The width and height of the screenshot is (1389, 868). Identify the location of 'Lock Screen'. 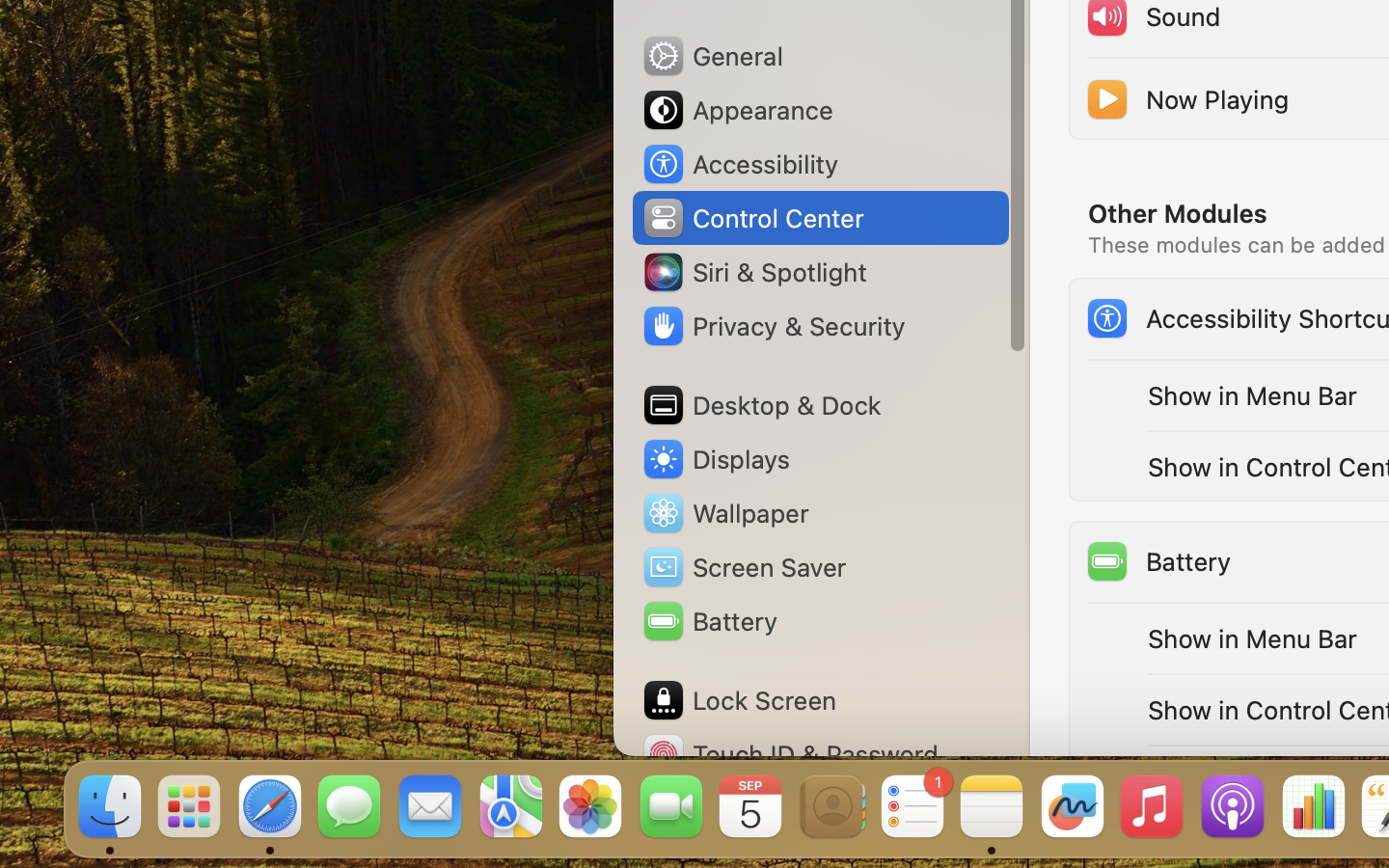
(737, 699).